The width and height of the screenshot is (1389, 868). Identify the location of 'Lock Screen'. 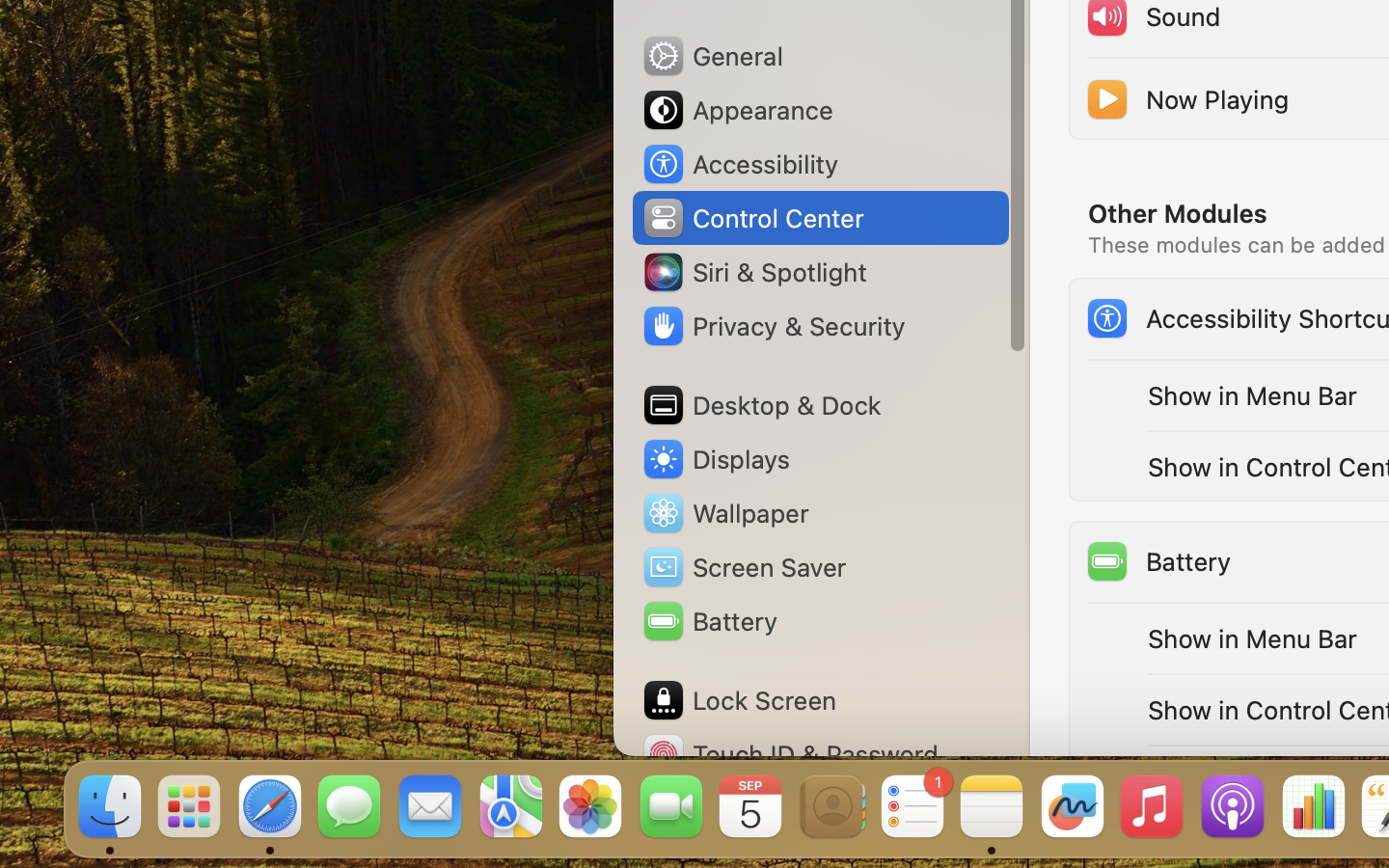
(737, 699).